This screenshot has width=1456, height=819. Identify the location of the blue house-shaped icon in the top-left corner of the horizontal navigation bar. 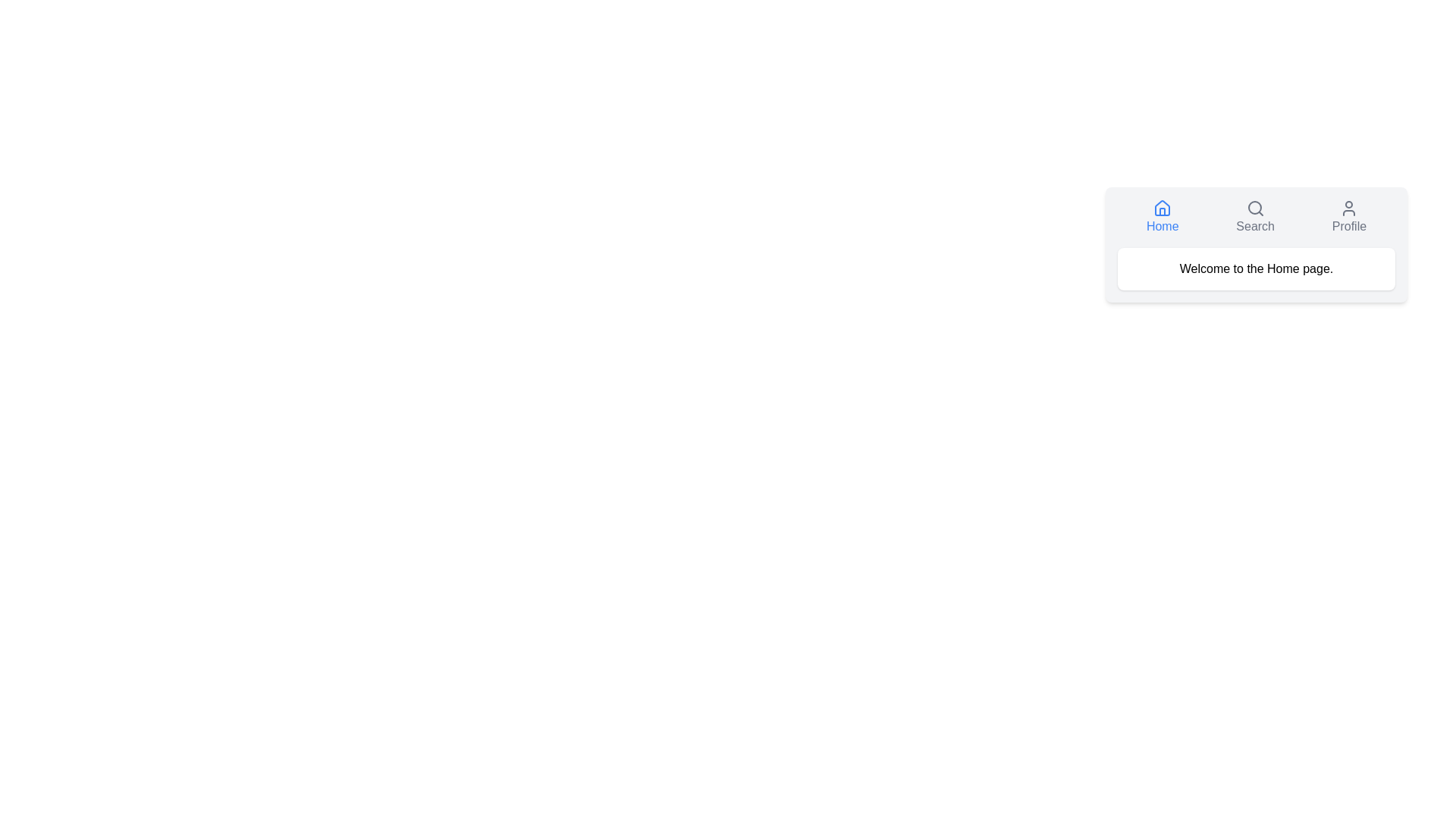
(1162, 208).